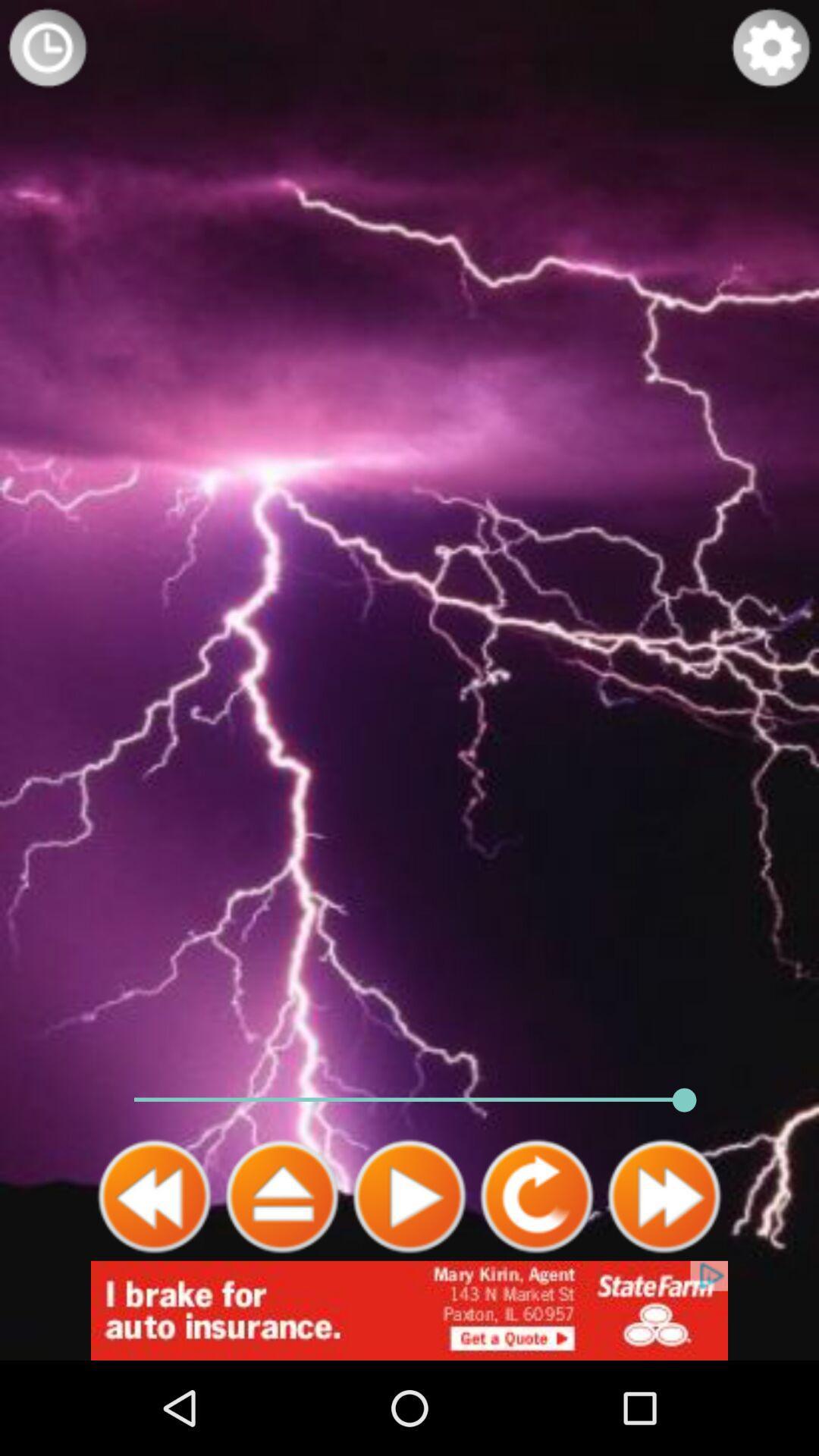 This screenshot has height=1456, width=819. I want to click on back, so click(155, 1196).